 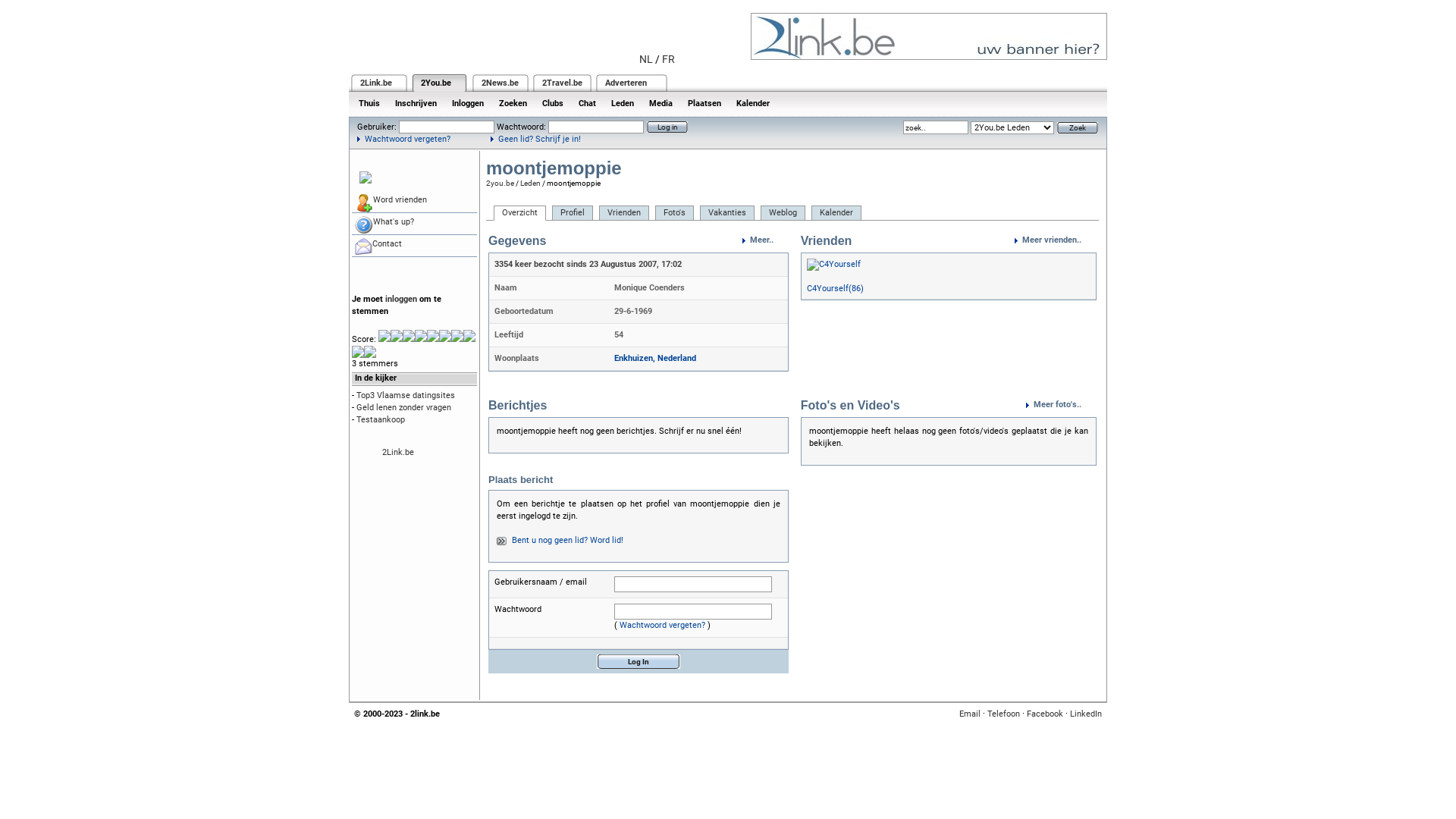 What do you see at coordinates (679, 102) in the screenshot?
I see `'Plaatsen'` at bounding box center [679, 102].